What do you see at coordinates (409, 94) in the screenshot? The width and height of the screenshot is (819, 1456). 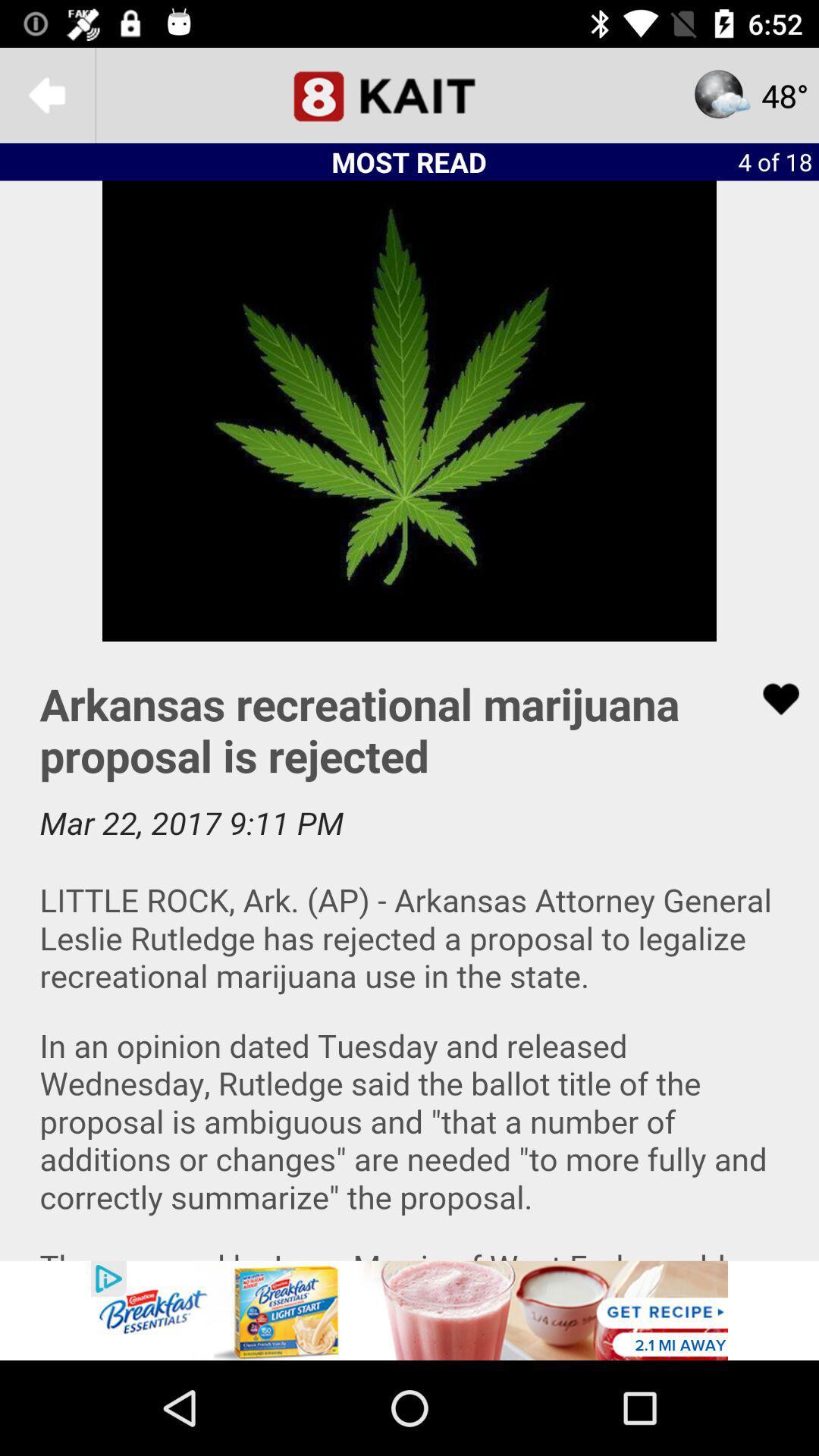 I see `taitil page` at bounding box center [409, 94].